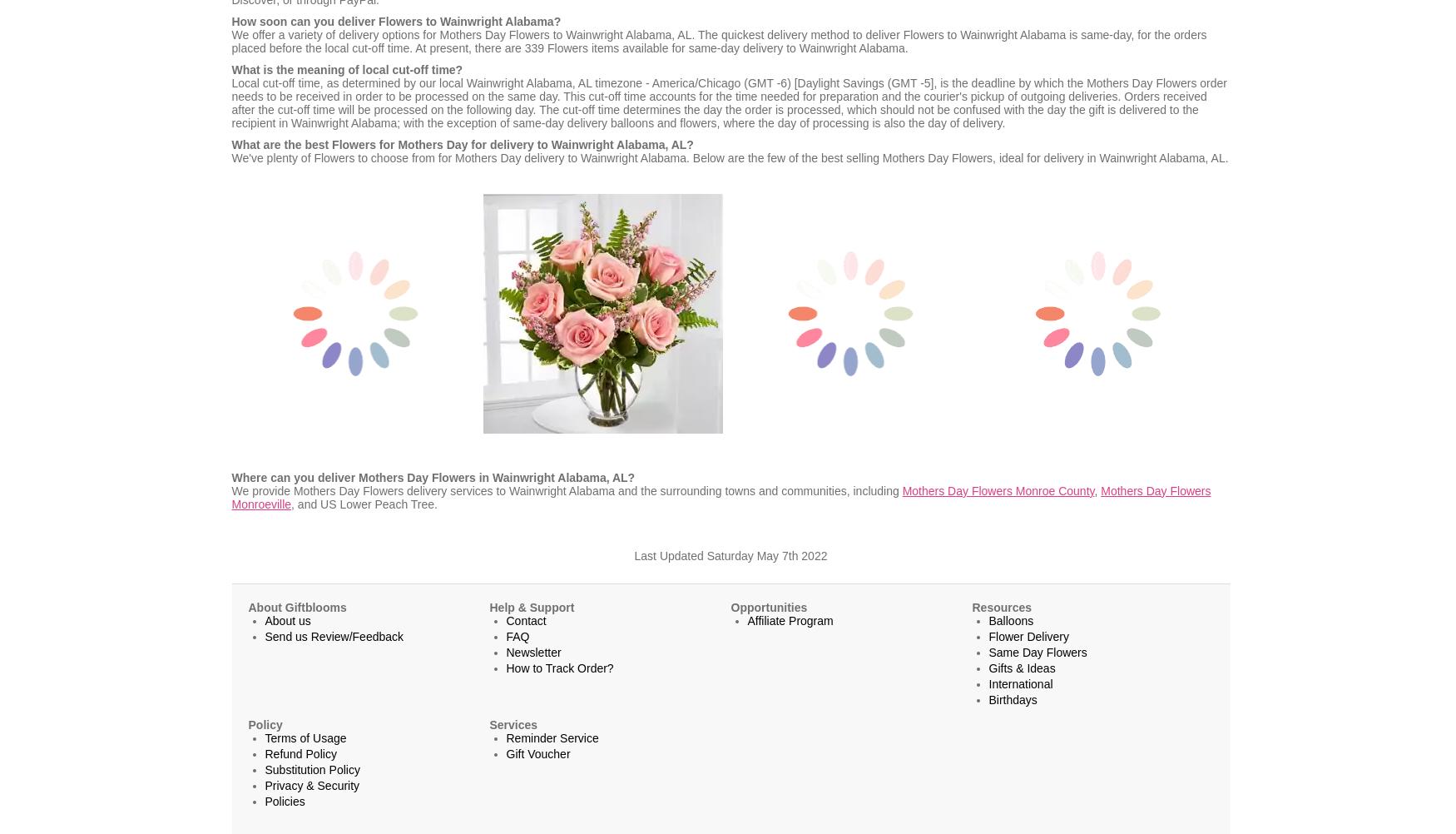 Image resolution: width=1456 pixels, height=834 pixels. I want to click on 'Mothers Day Flowers Monroe County', so click(998, 489).